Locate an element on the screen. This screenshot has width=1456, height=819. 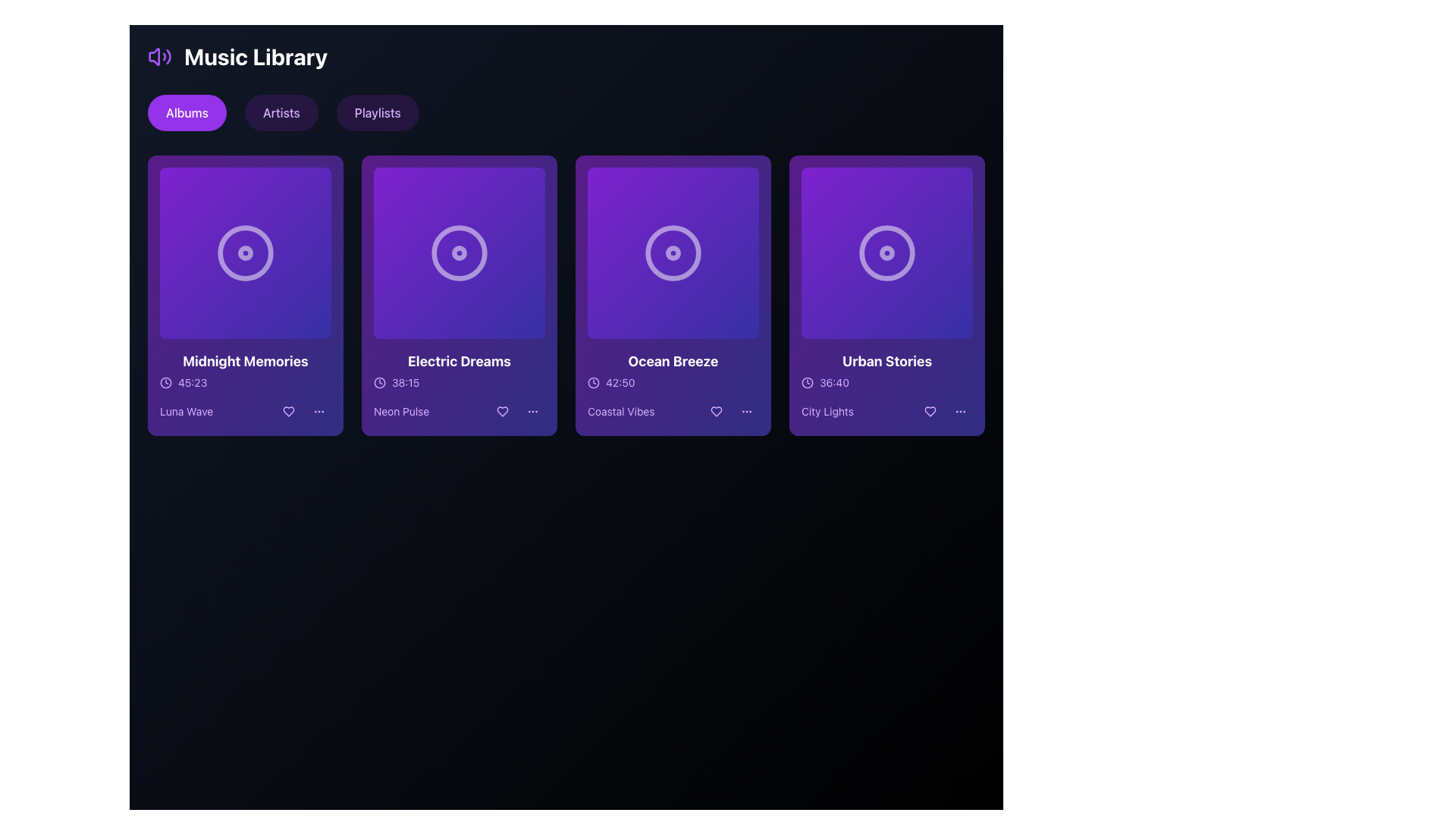
the play button located in the center of the fourth purple card titled 'Urban Stories' under the 'Albums' section is located at coordinates (887, 253).